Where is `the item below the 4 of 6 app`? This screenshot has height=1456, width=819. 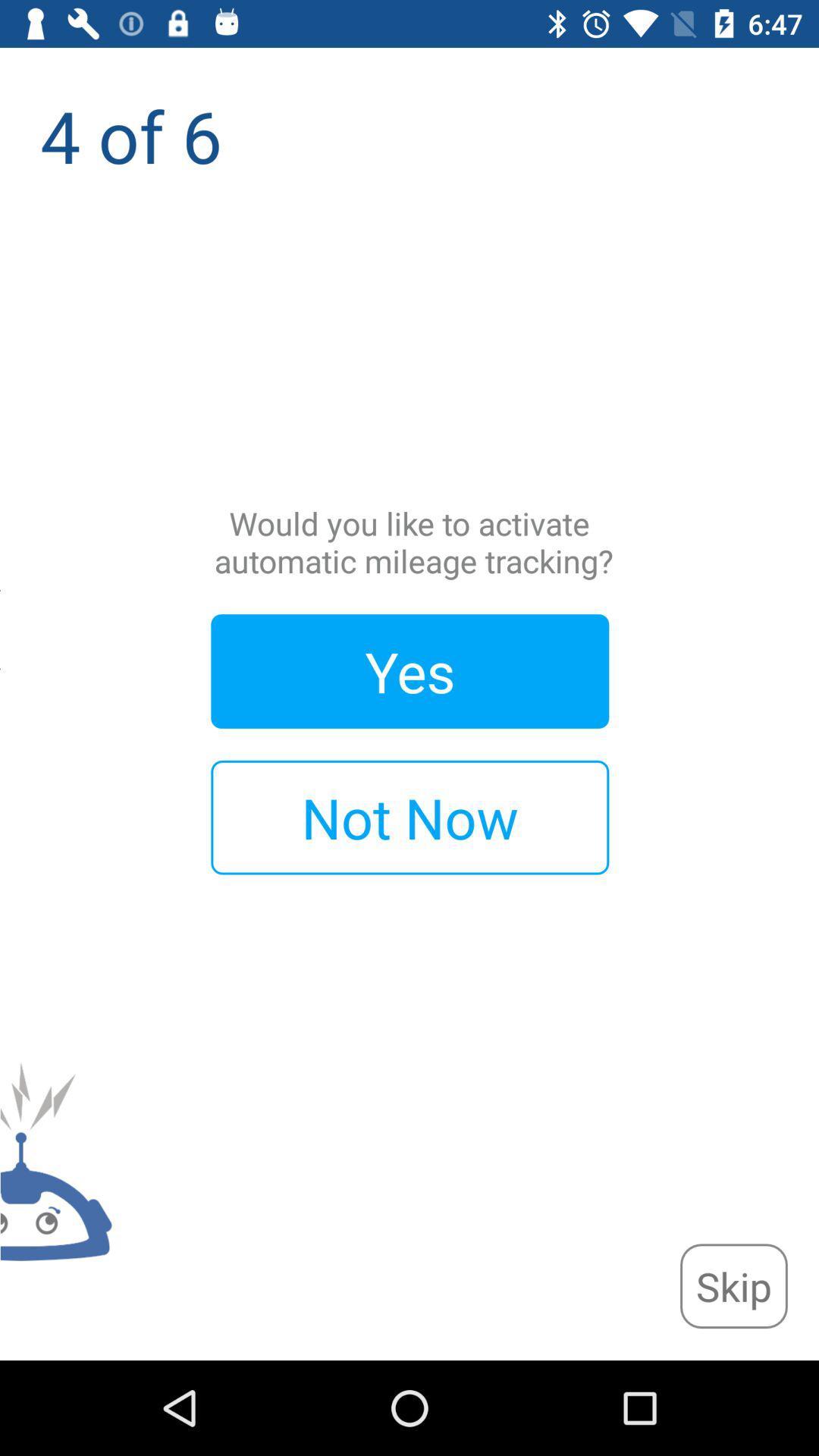
the item below the 4 of 6 app is located at coordinates (733, 1285).